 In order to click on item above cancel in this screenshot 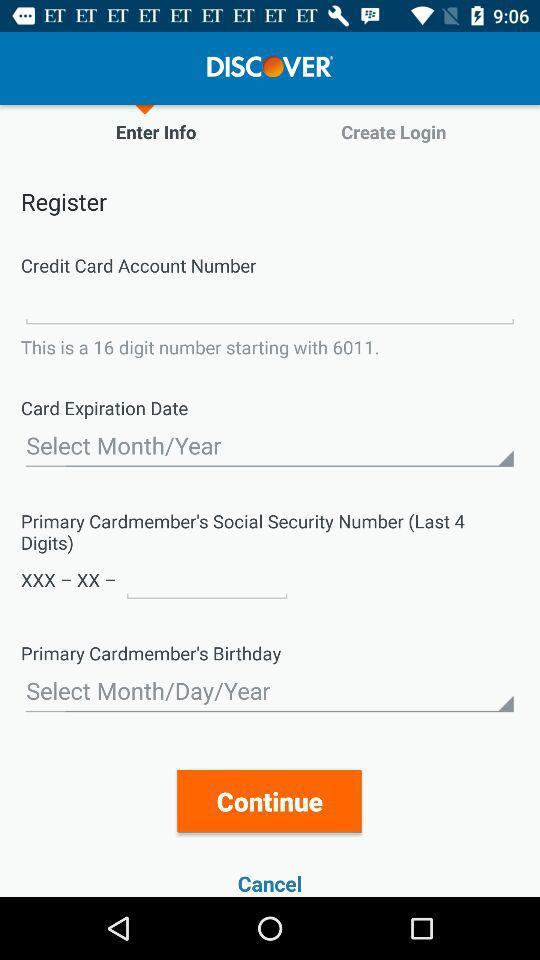, I will do `click(269, 801)`.